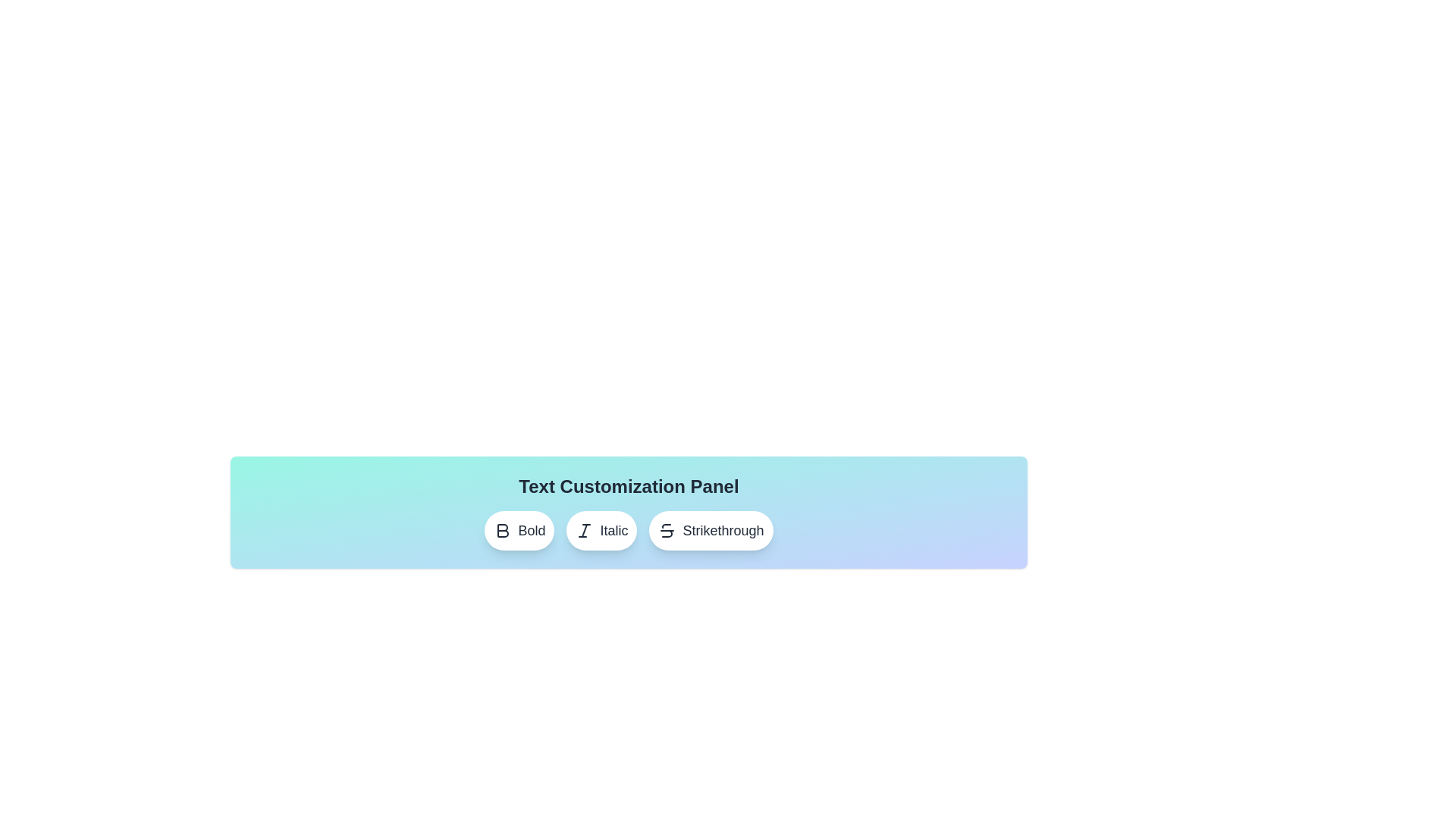 The image size is (1456, 819). What do you see at coordinates (629, 529) in the screenshot?
I see `the 'Italic' button in the 'Text Customization Panel' to apply italic formatting` at bounding box center [629, 529].